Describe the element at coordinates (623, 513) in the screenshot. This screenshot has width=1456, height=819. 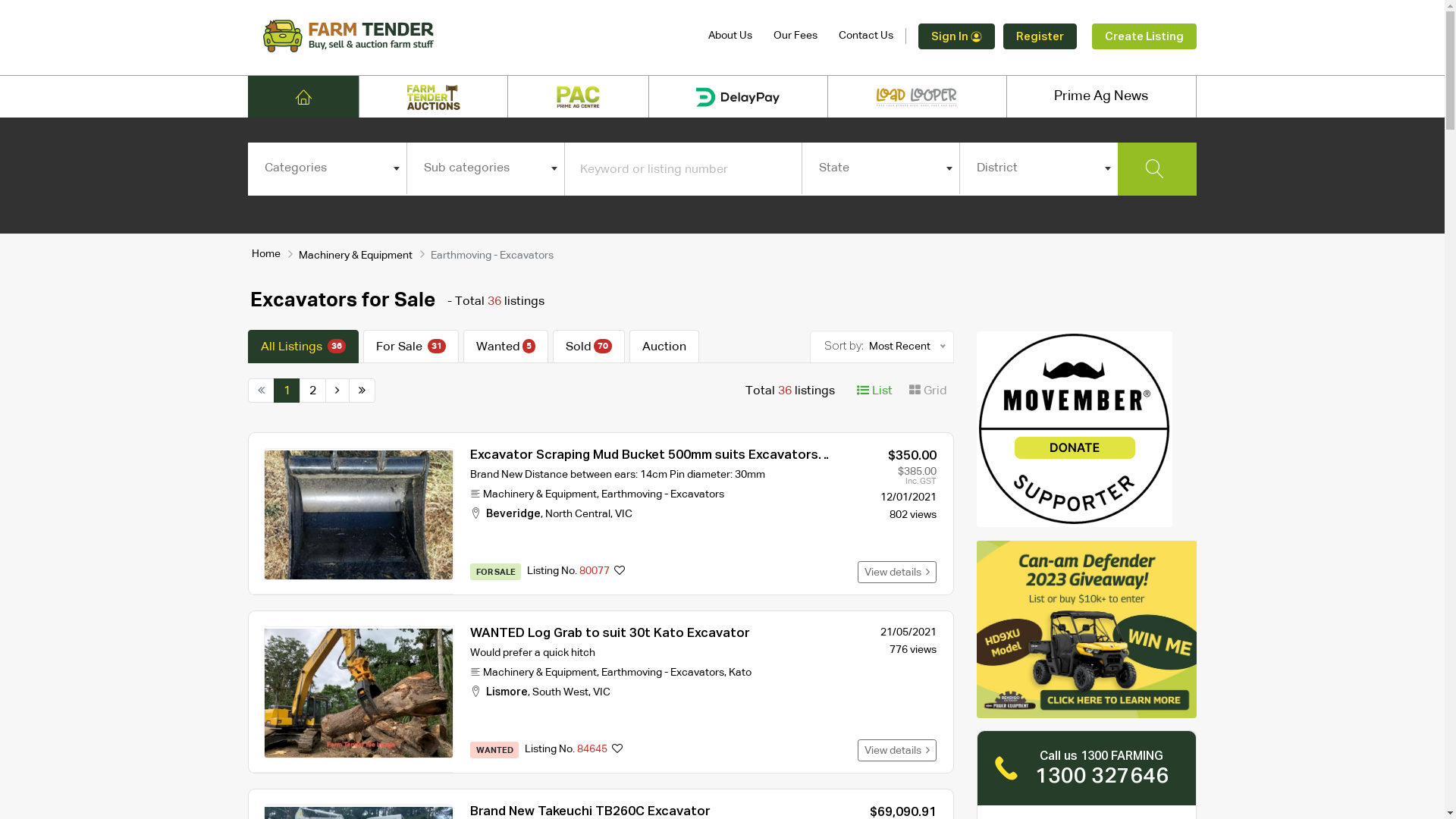
I see `'VIC'` at that location.